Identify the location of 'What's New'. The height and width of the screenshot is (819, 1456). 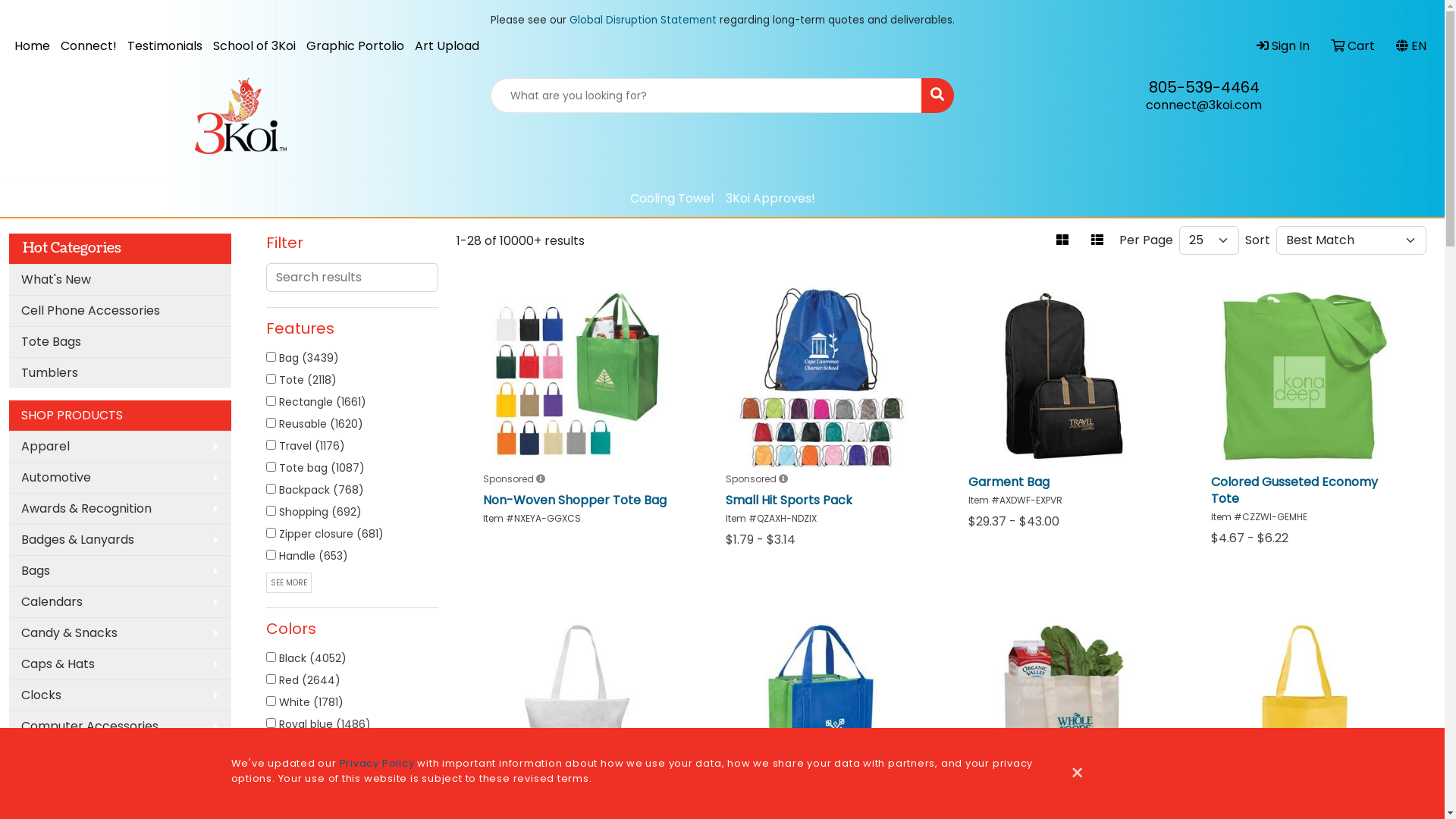
(119, 279).